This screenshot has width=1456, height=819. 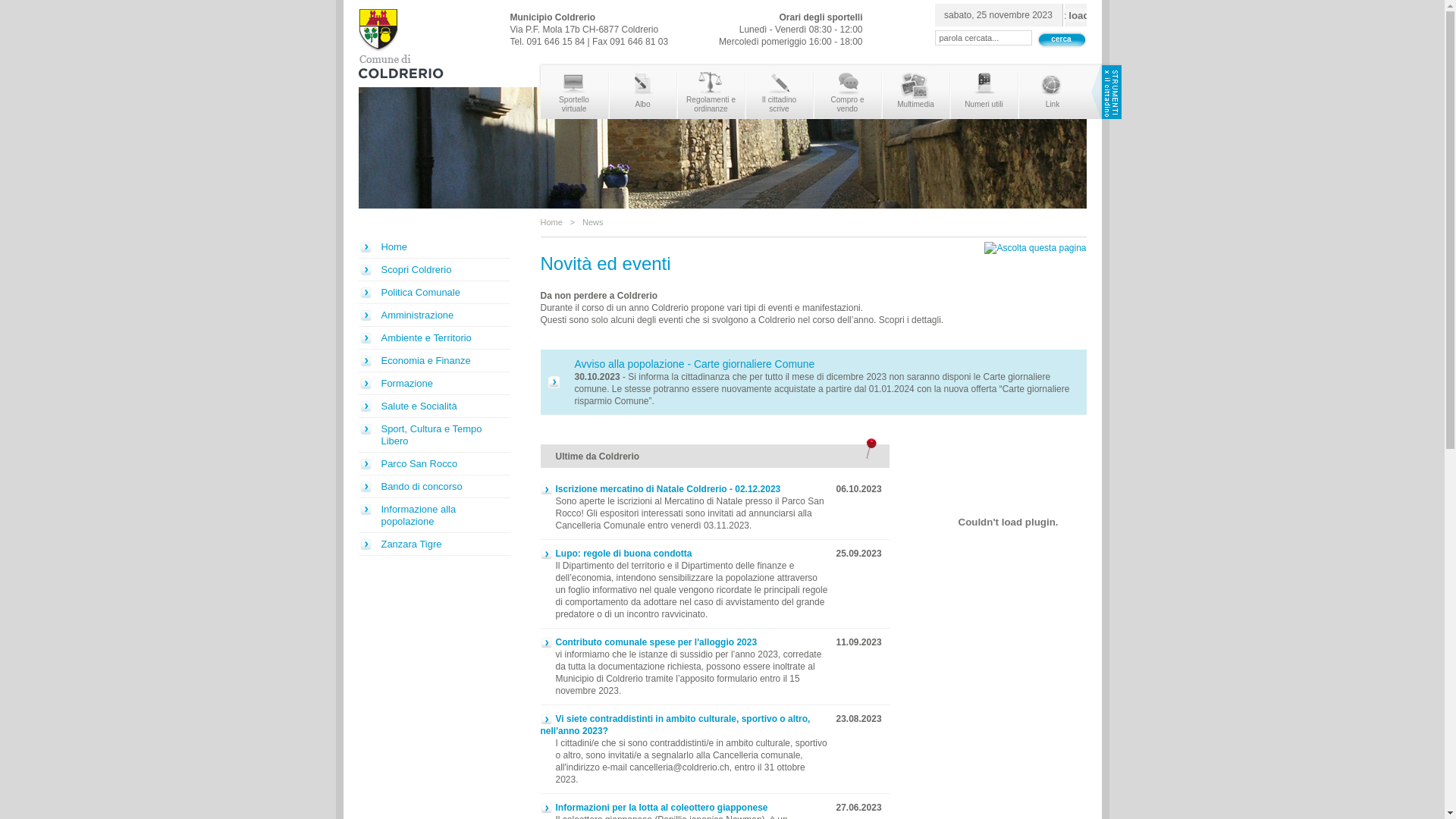 I want to click on 'Link', so click(x=1052, y=92).